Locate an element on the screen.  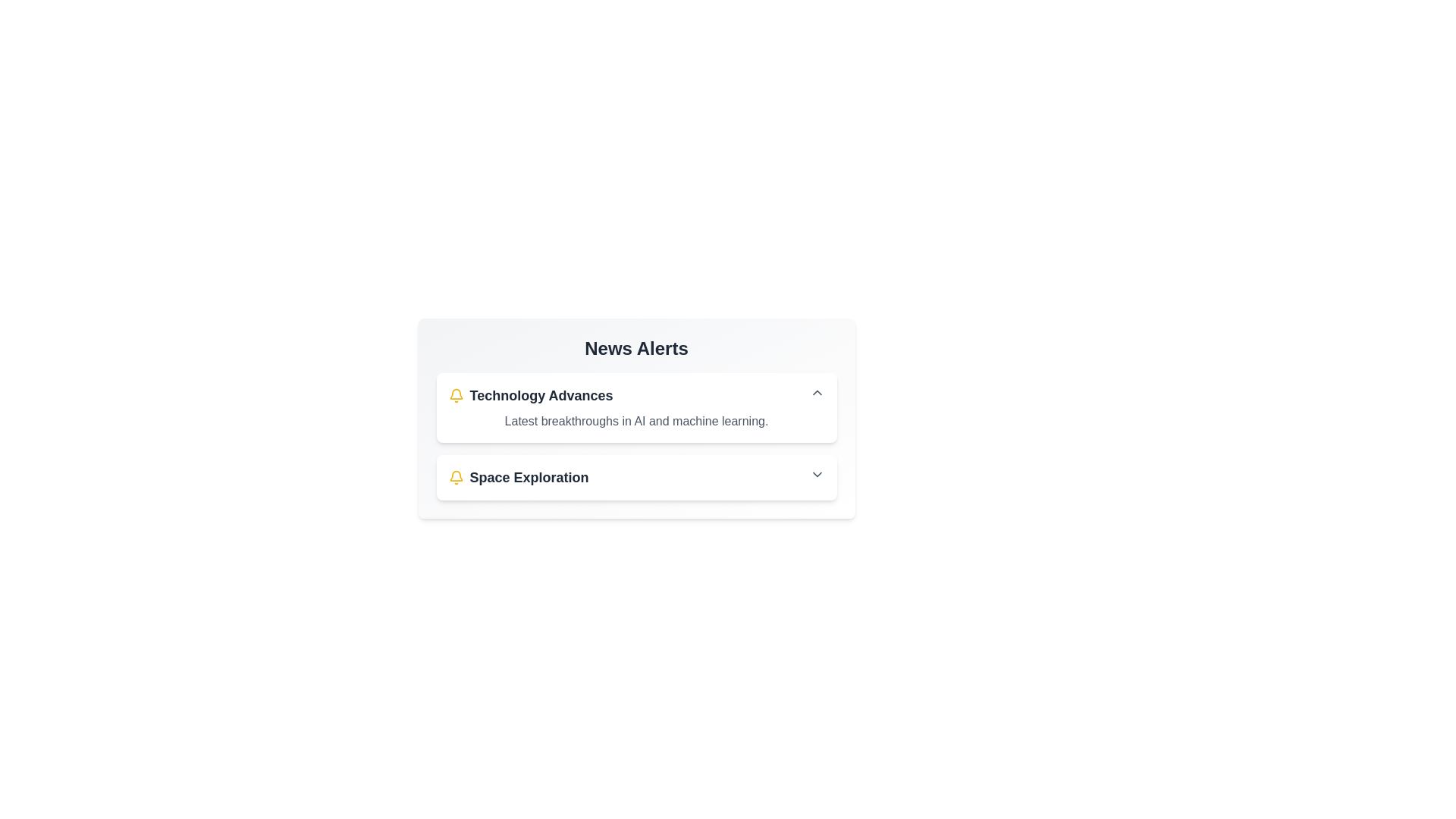
the icon accompanying the news item titled 'Space Exploration' is located at coordinates (455, 476).